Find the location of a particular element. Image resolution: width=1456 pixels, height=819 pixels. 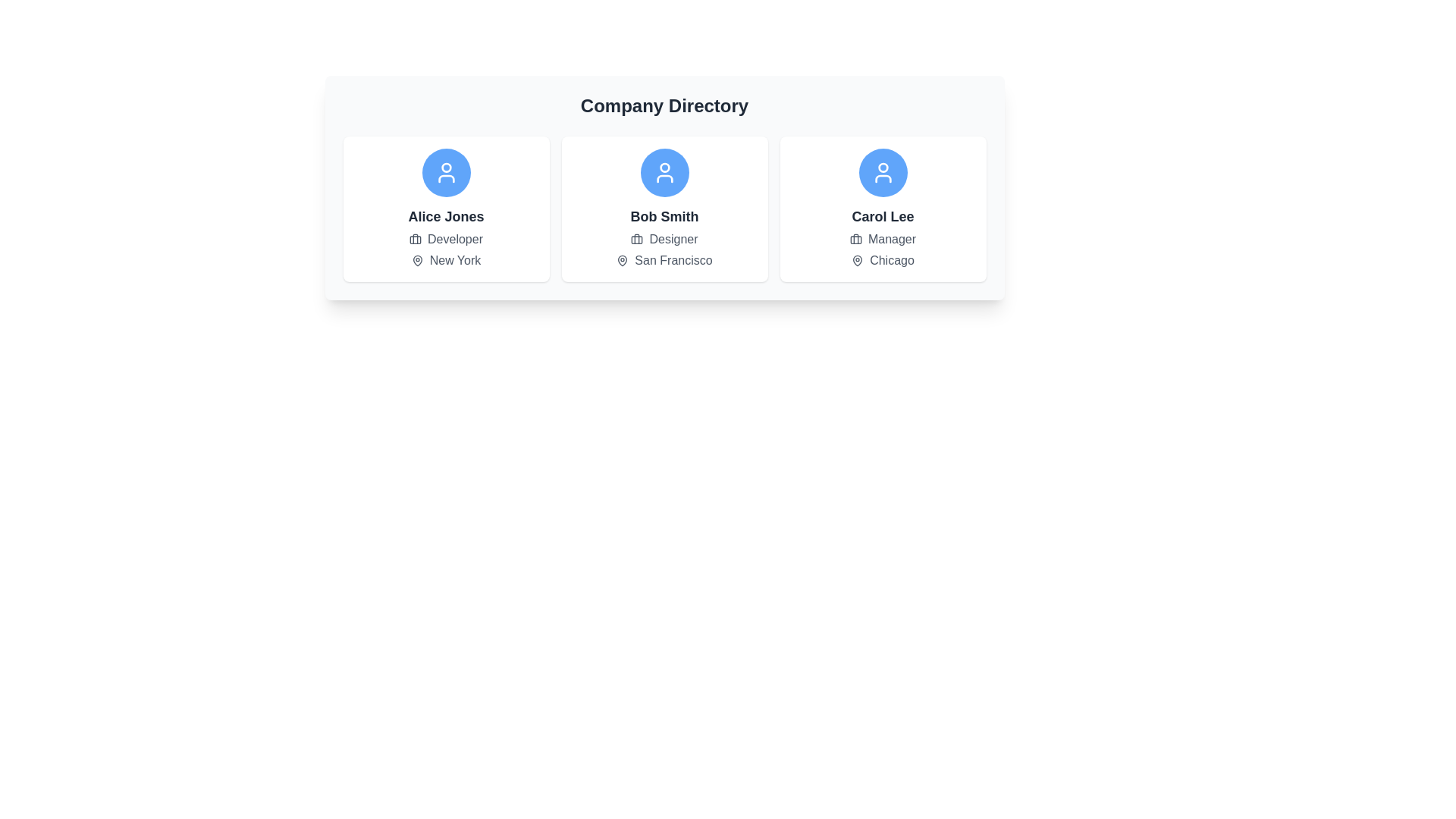

the text label 'Manager' with the briefcase icon, located under 'Carol Lee' and above 'Chicago' in the 'Company Directory' section is located at coordinates (883, 239).